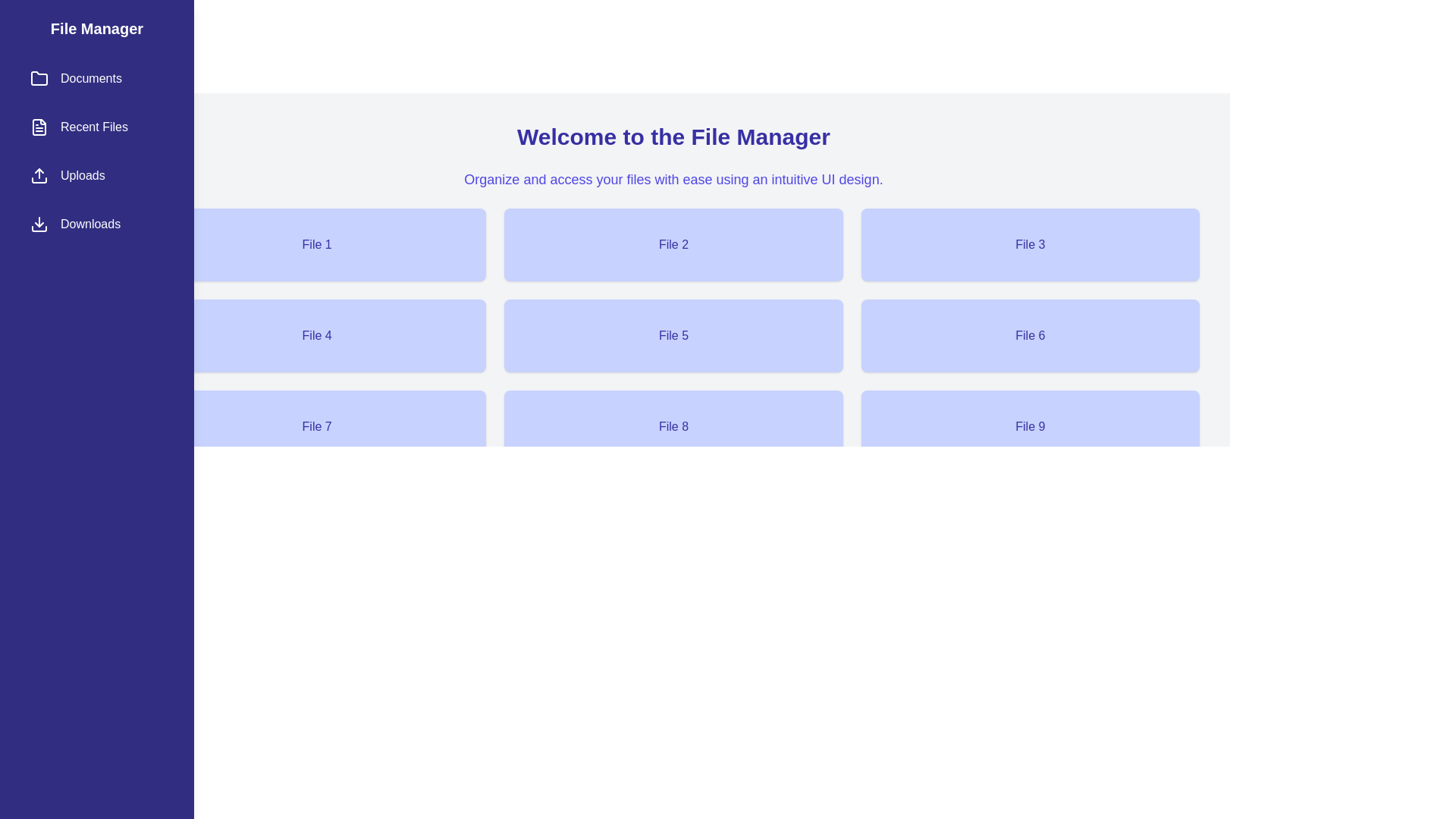 The image size is (1456, 819). Describe the element at coordinates (96, 127) in the screenshot. I see `the sidebar menu category Recent Files` at that location.